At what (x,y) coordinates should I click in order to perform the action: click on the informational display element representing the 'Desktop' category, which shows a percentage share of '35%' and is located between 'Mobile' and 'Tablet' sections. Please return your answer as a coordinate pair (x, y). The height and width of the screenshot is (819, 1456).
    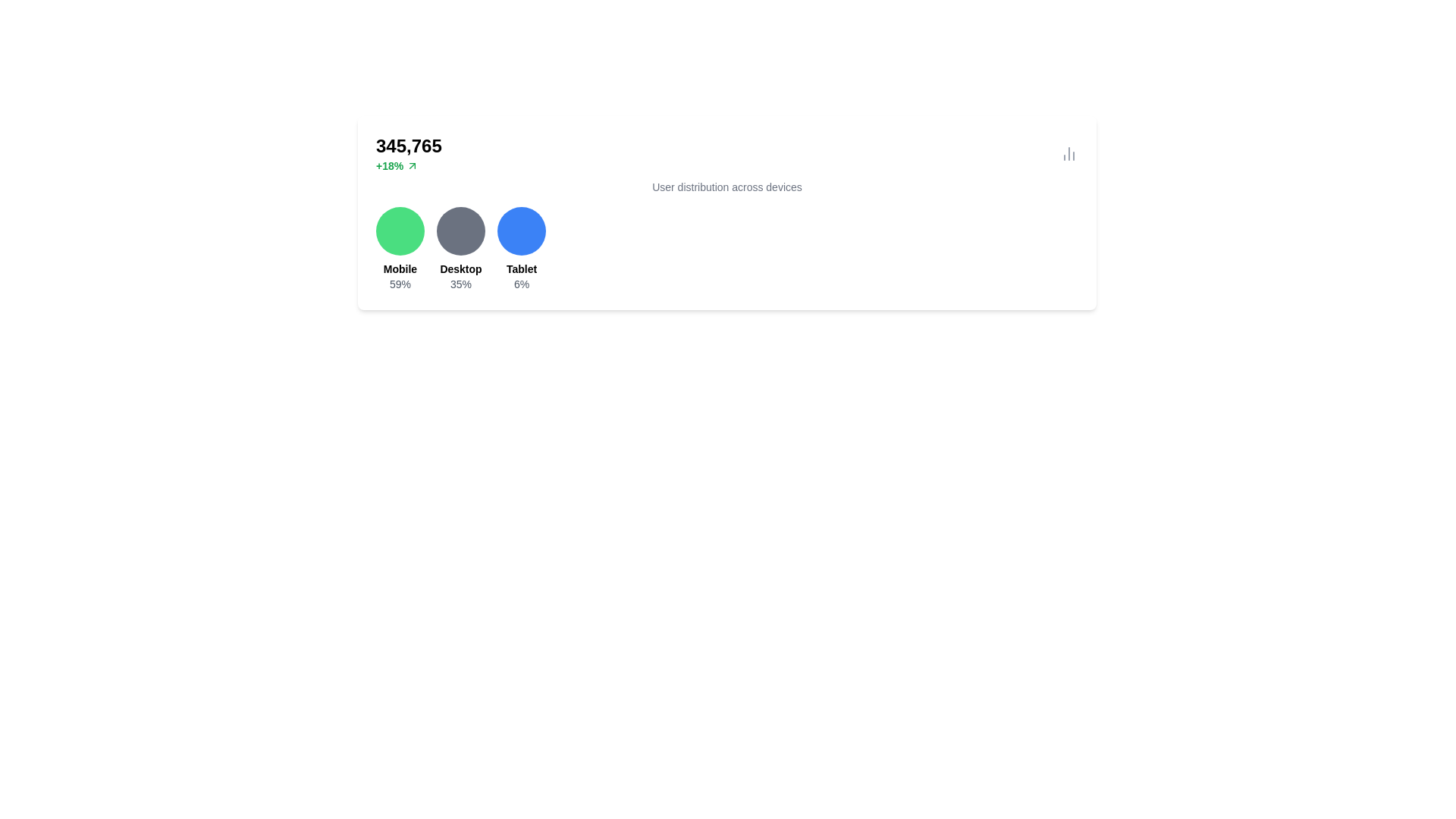
    Looking at the image, I should click on (460, 248).